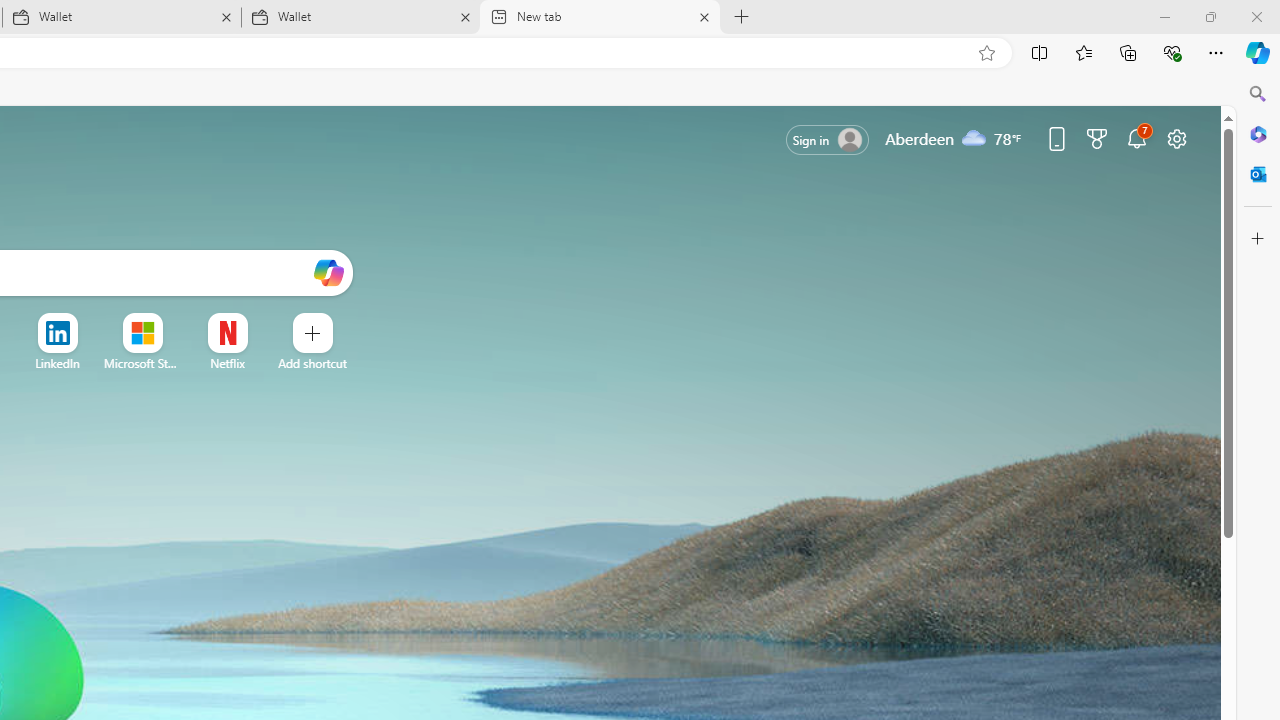 The width and height of the screenshot is (1280, 720). What do you see at coordinates (1257, 94) in the screenshot?
I see `'Search'` at bounding box center [1257, 94].